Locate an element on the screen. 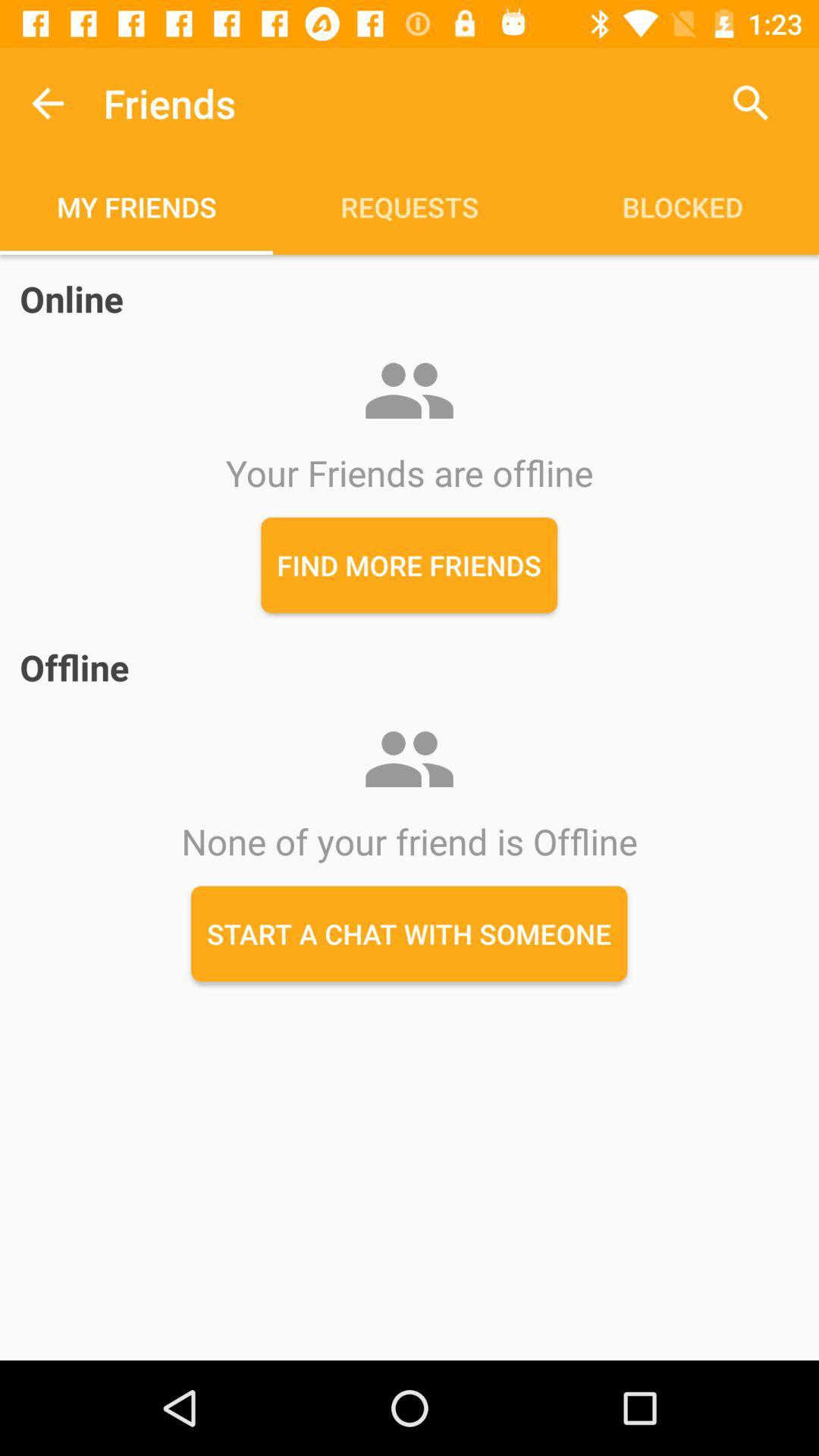 This screenshot has width=819, height=1456. the item to the left of the friends is located at coordinates (46, 102).